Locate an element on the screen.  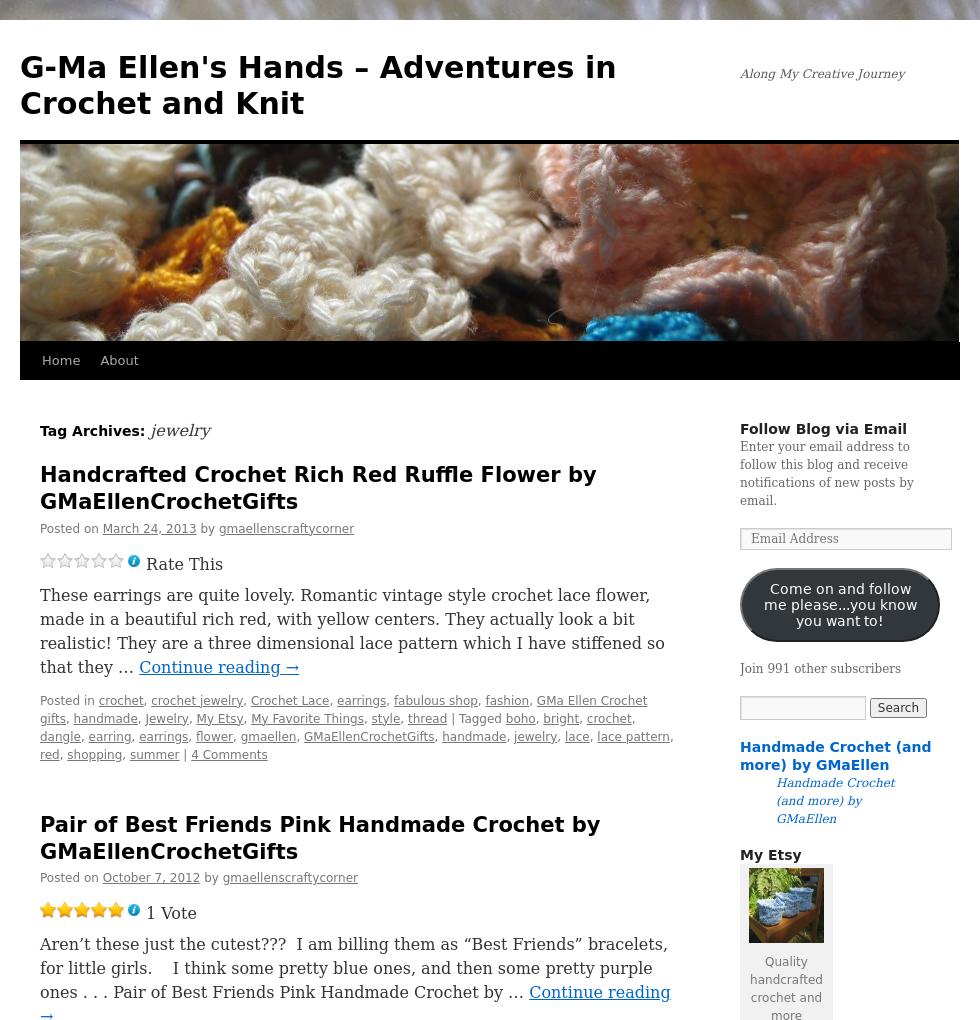
'Come on and follow me please...you know you want to!' is located at coordinates (839, 603).